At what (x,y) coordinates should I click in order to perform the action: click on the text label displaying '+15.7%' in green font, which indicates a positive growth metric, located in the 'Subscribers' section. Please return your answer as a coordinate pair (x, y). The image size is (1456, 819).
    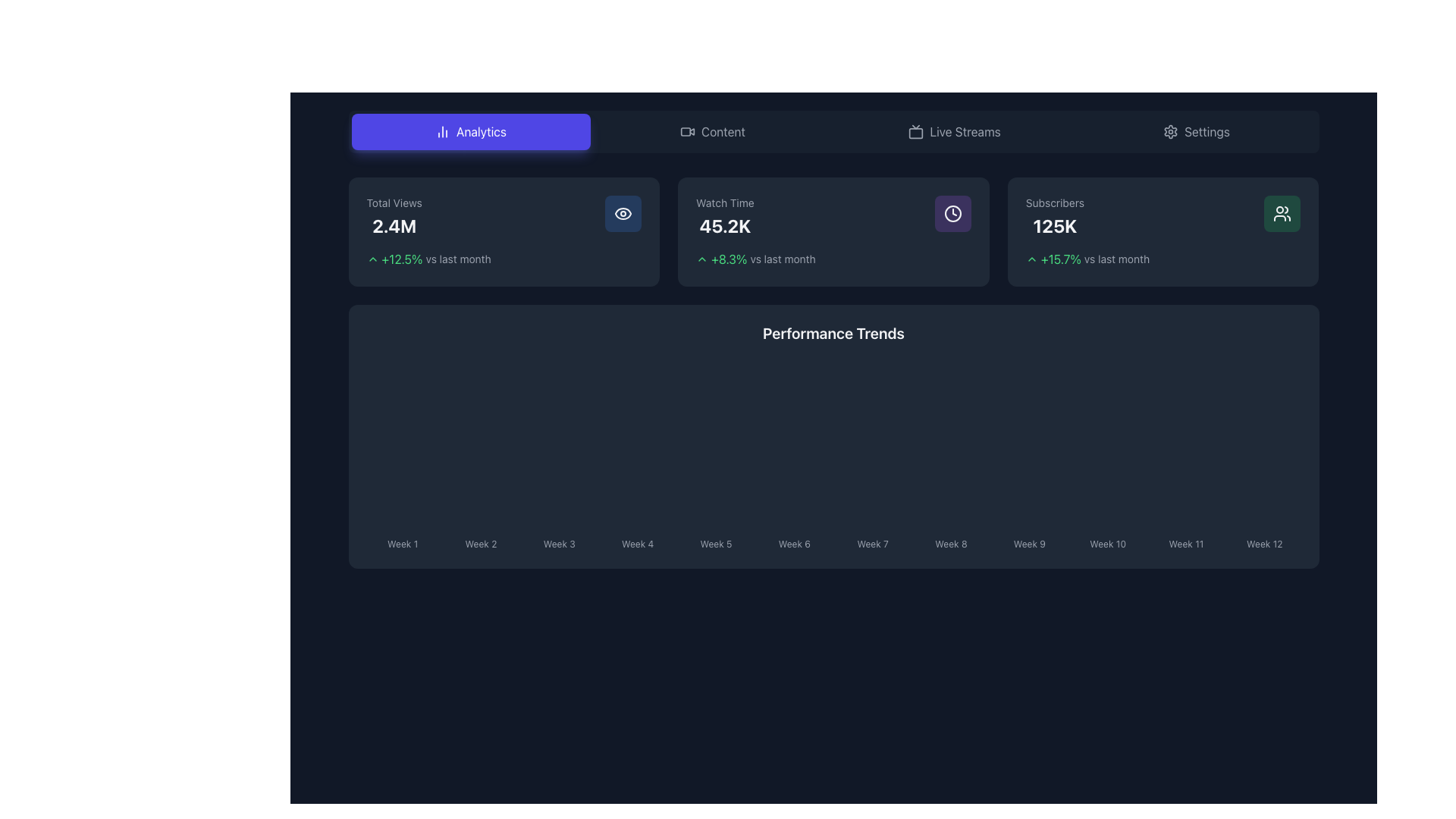
    Looking at the image, I should click on (1060, 259).